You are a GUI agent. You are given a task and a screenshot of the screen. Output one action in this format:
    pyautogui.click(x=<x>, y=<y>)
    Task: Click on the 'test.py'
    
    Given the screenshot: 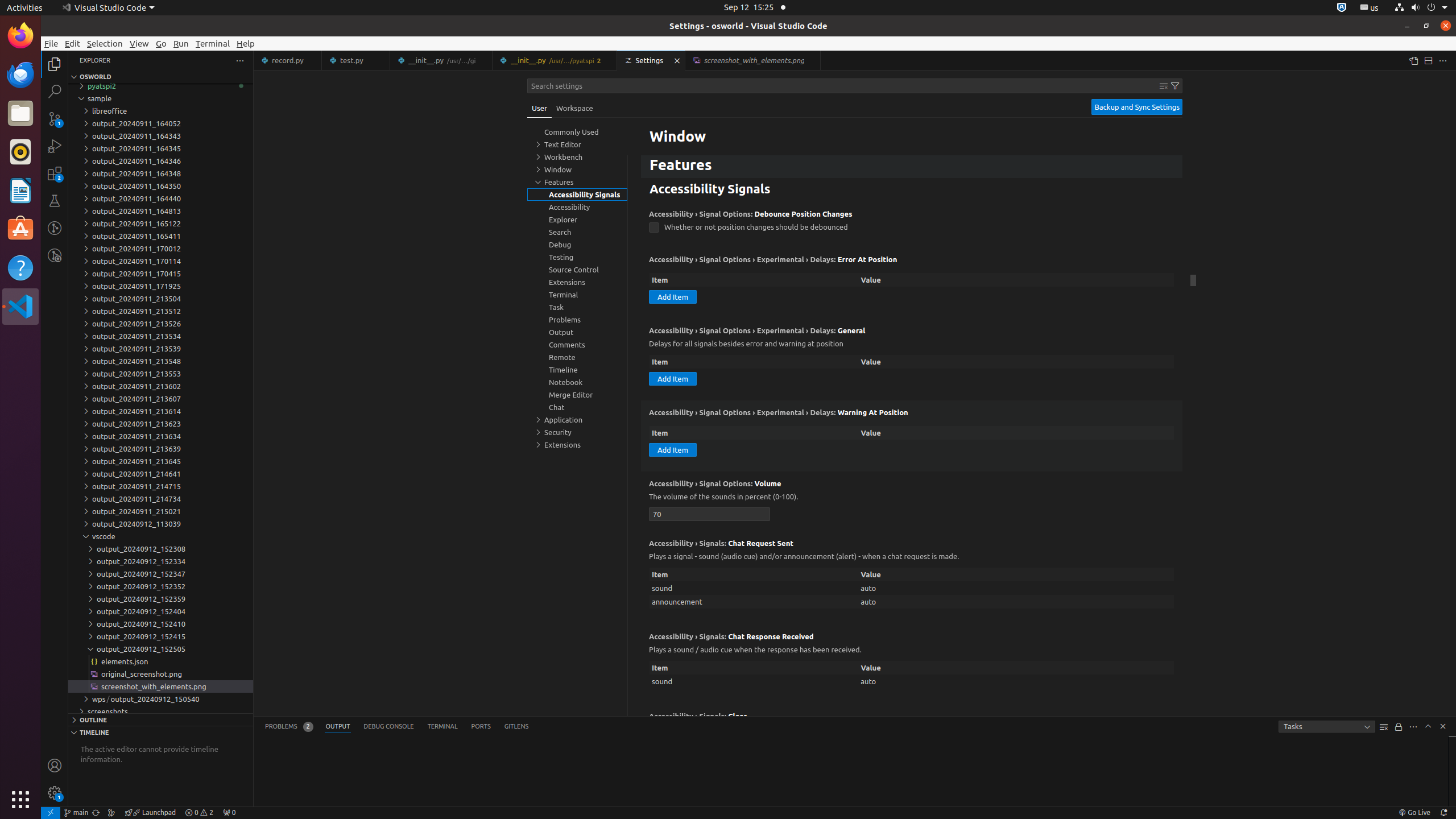 What is the action you would take?
    pyautogui.click(x=355, y=60)
    